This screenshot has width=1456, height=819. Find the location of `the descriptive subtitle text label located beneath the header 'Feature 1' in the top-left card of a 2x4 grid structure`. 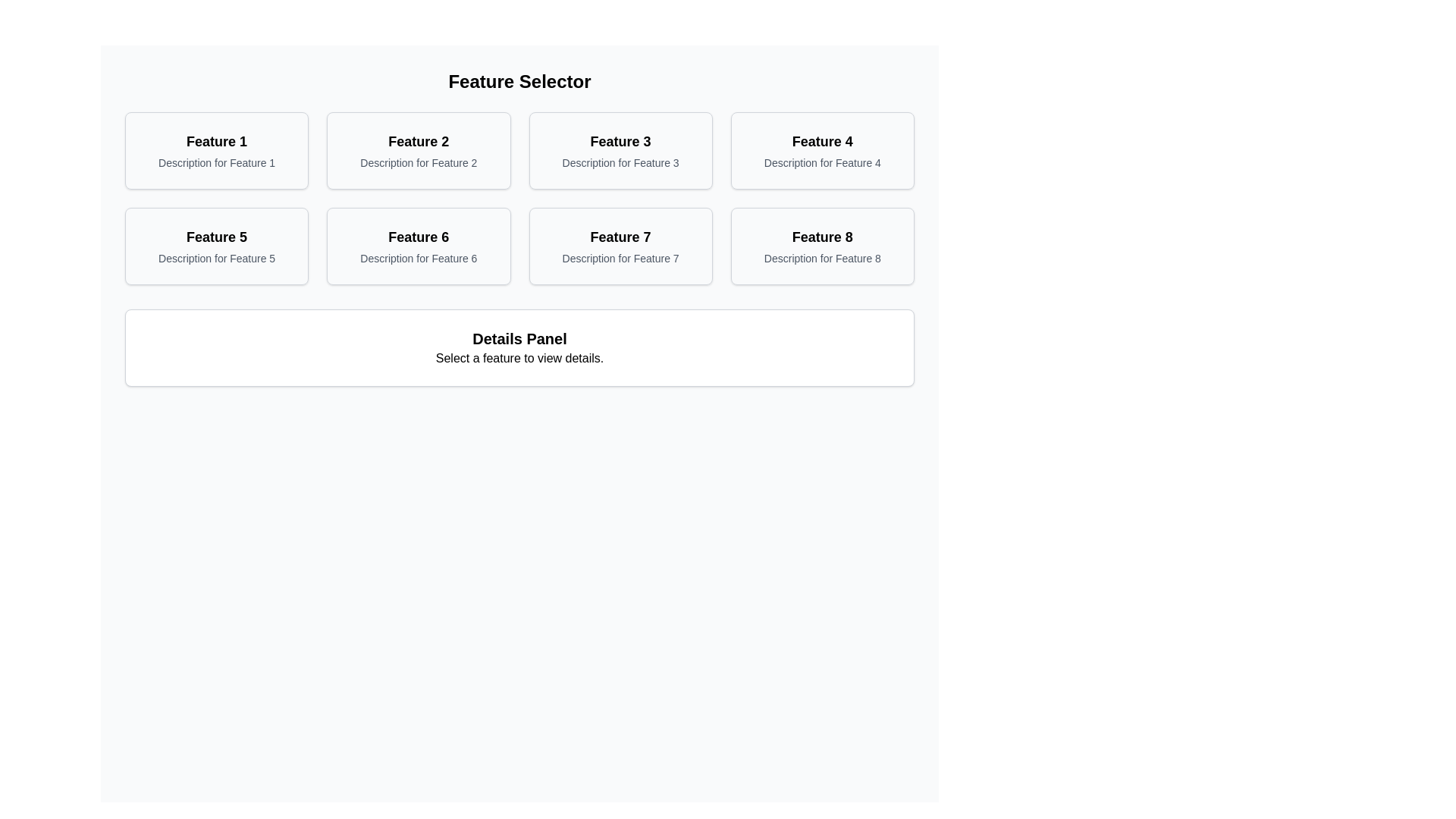

the descriptive subtitle text label located beneath the header 'Feature 1' in the top-left card of a 2x4 grid structure is located at coordinates (216, 163).